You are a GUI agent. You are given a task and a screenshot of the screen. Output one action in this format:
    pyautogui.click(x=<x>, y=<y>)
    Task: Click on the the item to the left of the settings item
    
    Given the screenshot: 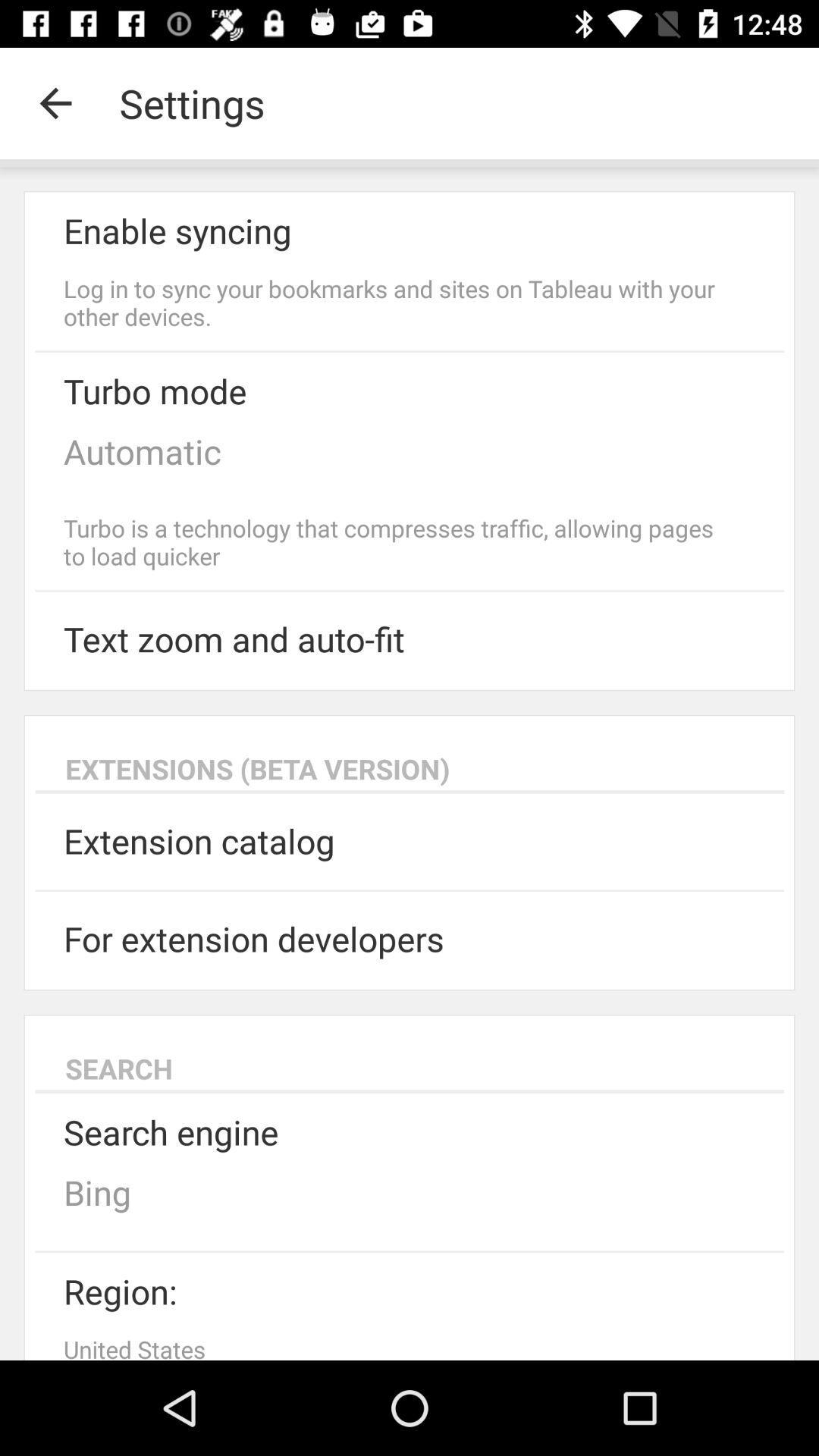 What is the action you would take?
    pyautogui.click(x=55, y=102)
    